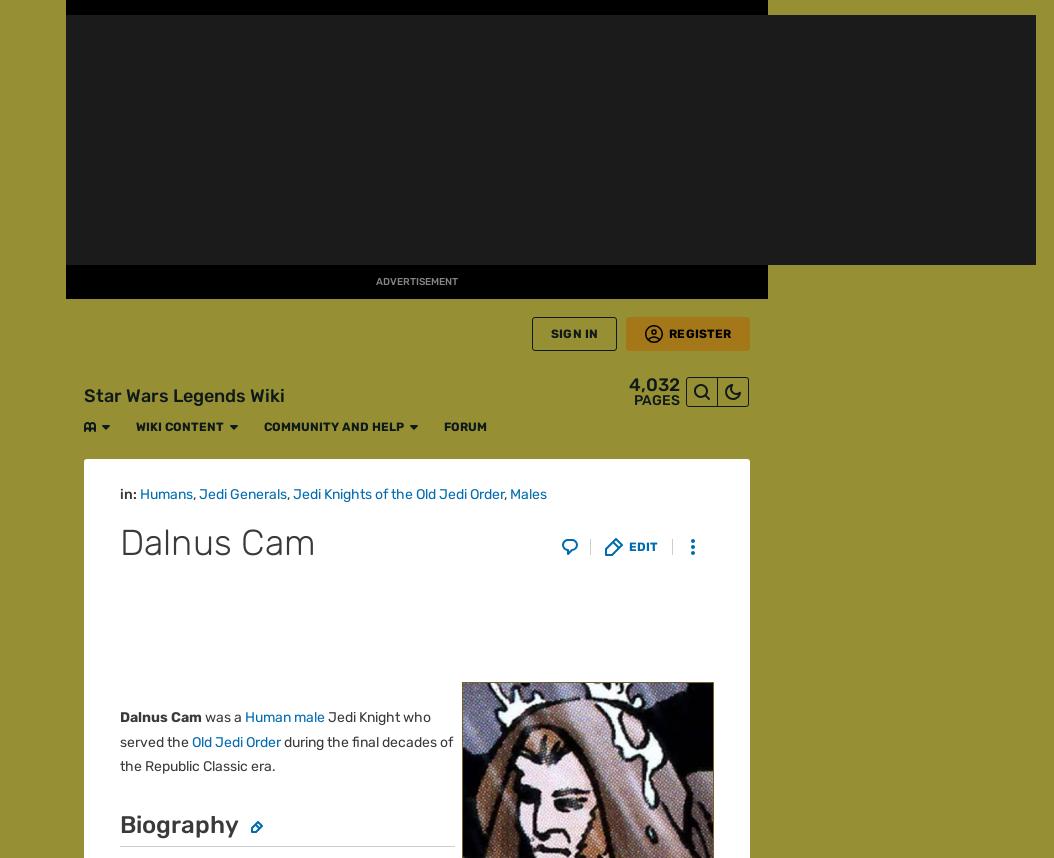  I want to click on 'What is Fandom?', so click(137, 720).